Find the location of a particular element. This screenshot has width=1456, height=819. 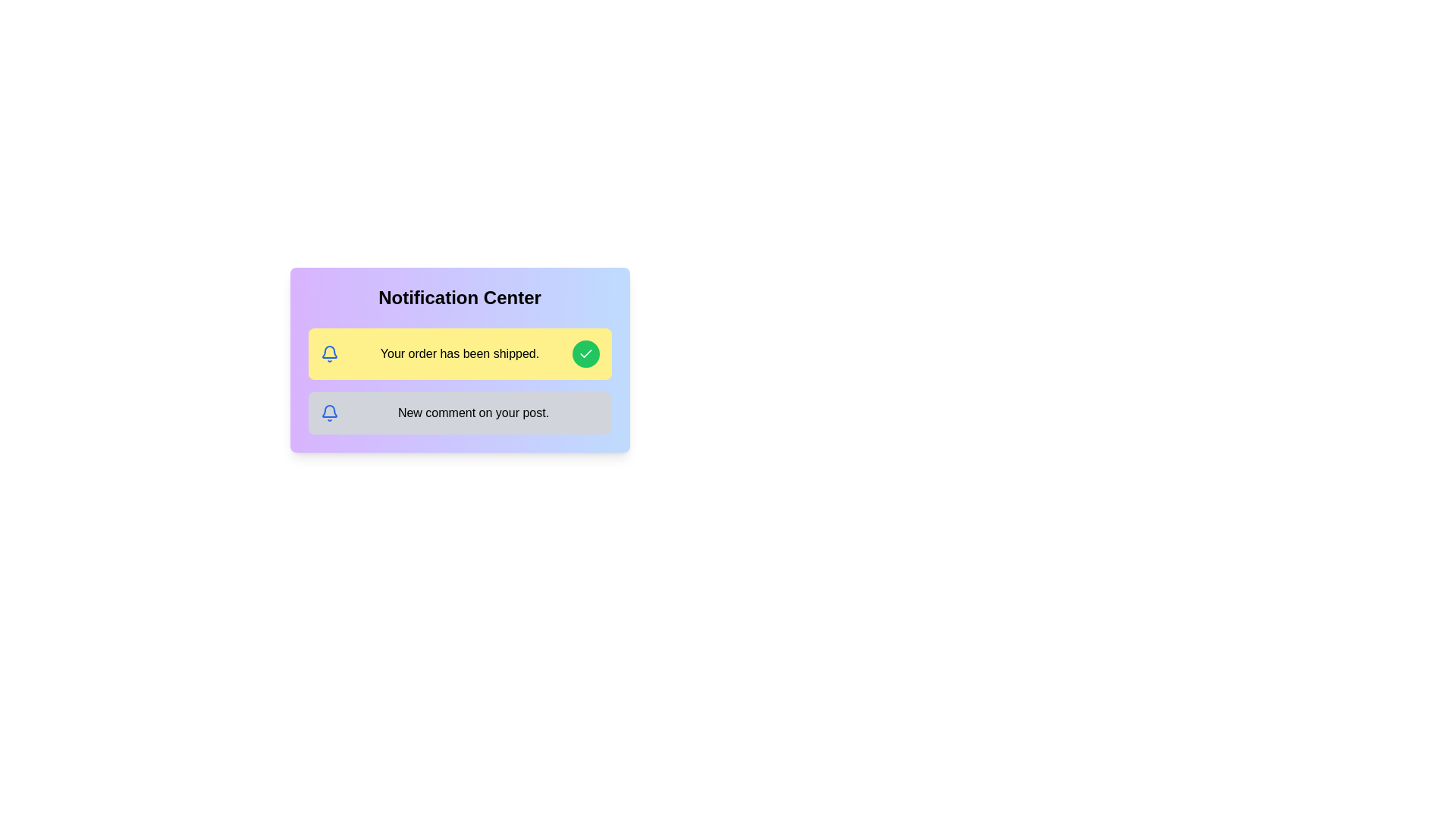

text content of the notification label displaying 'New comment on your post.' which is part of the notification card in the Notification Center is located at coordinates (472, 413).